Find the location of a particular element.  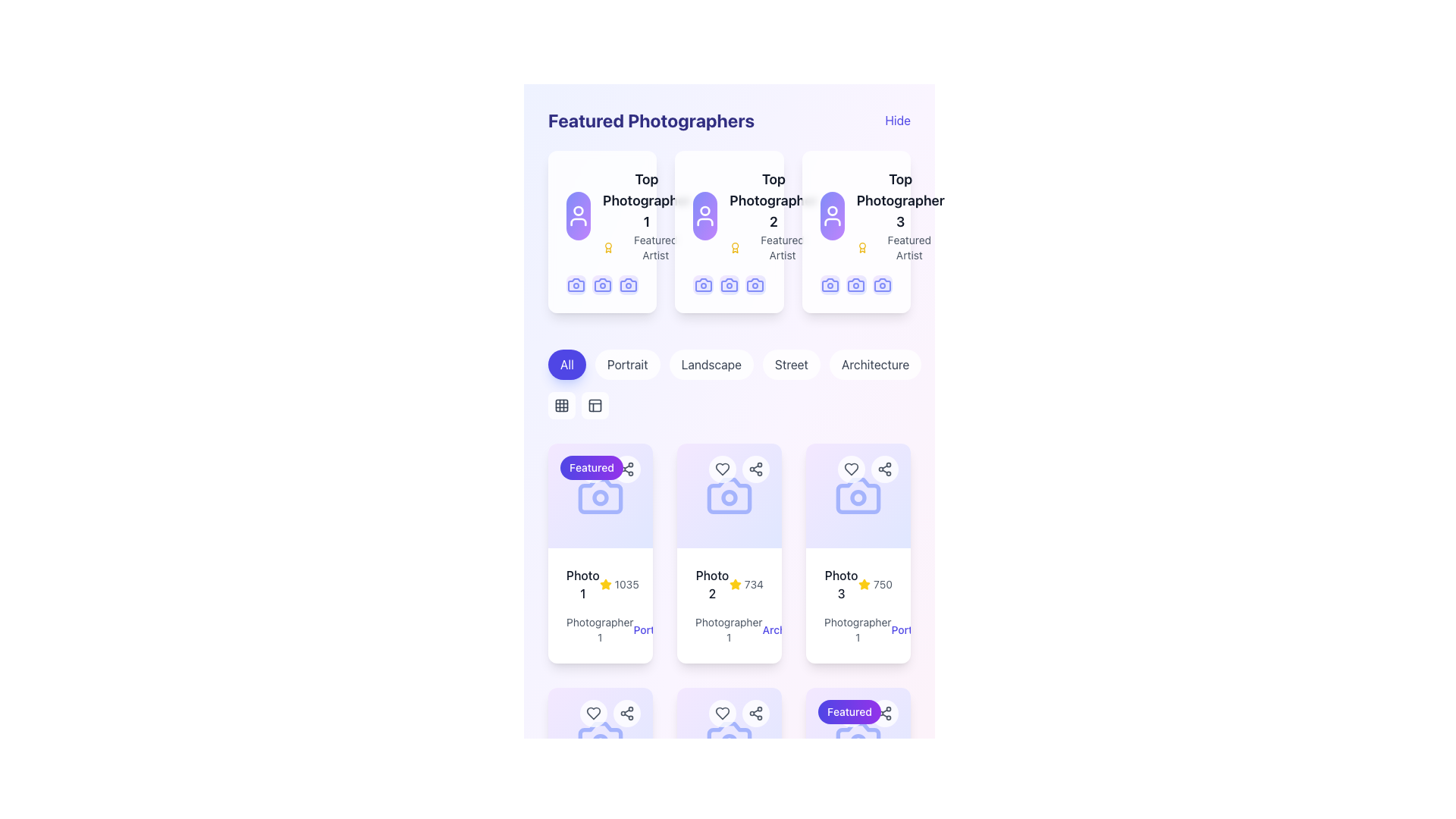

the small circular shape that serves as the lens indicator in the camera icon located in the bottom row of the 'Featured' section, specifically in the third column from the left is located at coordinates (858, 742).